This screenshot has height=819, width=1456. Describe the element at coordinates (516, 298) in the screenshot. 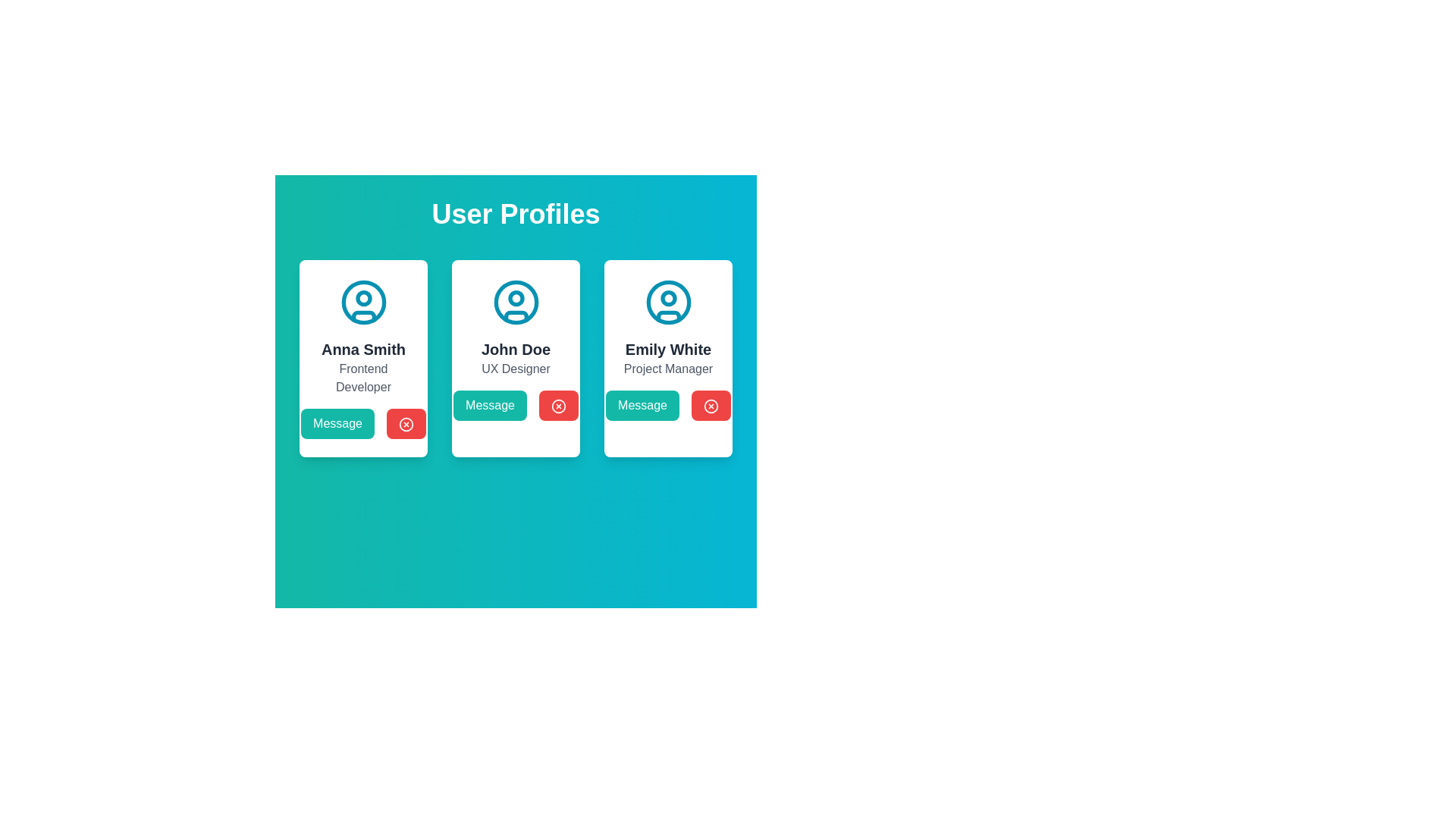

I see `the circular visual component located at the center of the avatar icon on the middle card, which indicates a specific state or additional information about the user` at that location.